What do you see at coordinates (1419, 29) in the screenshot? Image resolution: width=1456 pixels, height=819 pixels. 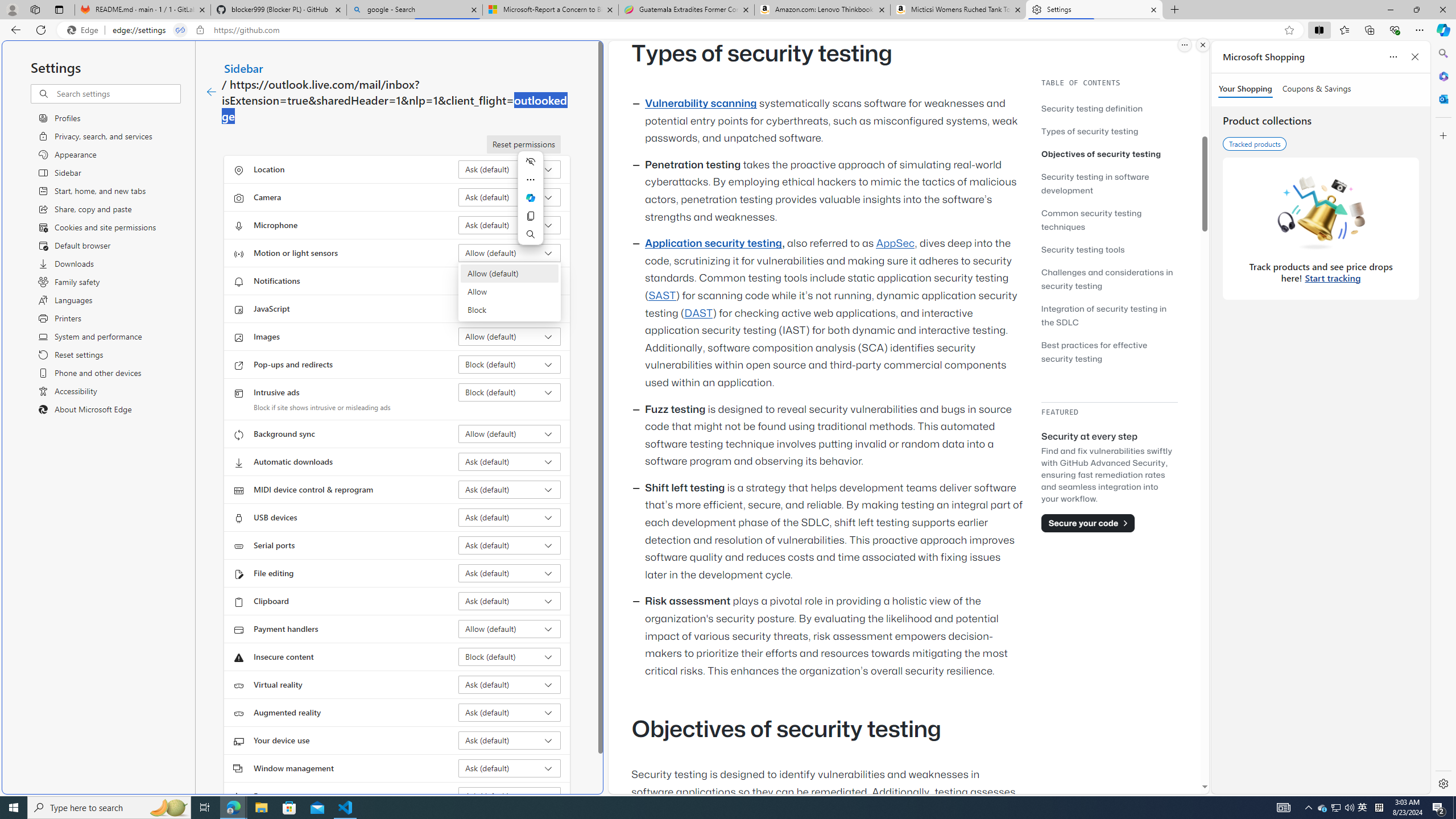 I see `'Settings and more (Alt+F)'` at bounding box center [1419, 29].